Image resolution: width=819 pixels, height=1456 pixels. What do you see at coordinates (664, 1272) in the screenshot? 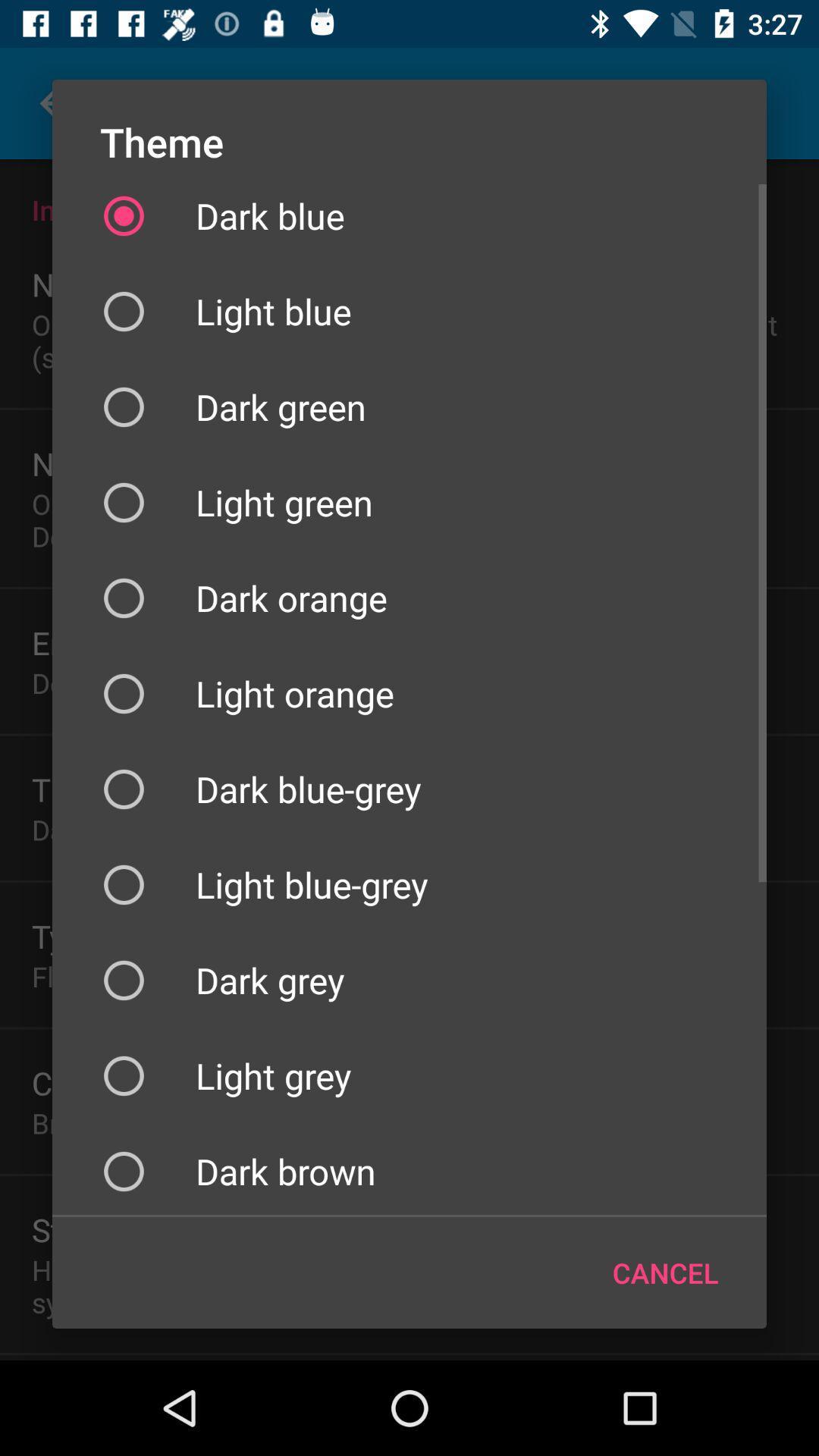
I see `the item below dark brown item` at bounding box center [664, 1272].